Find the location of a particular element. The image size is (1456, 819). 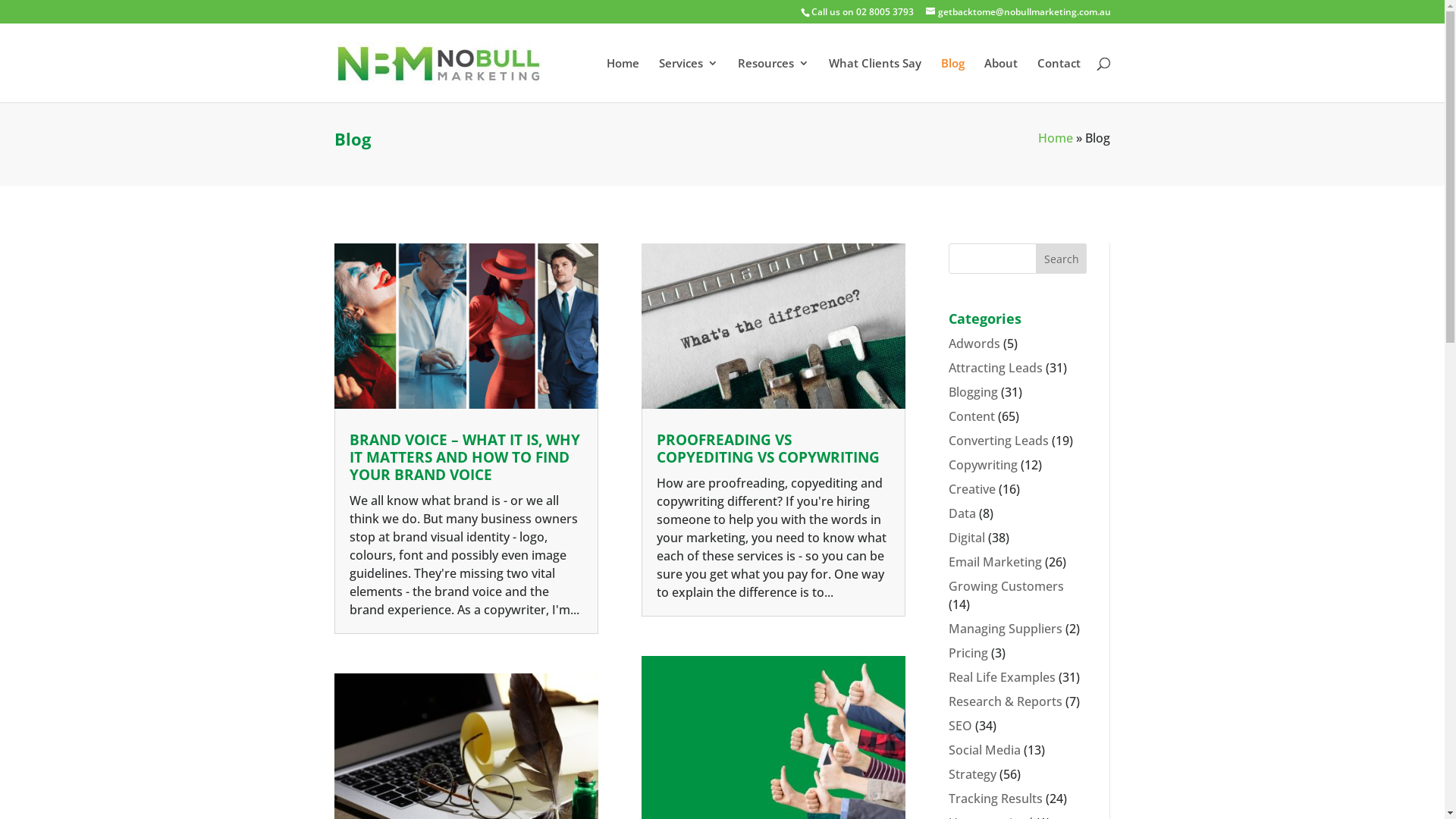

'Blogging' is located at coordinates (973, 391).